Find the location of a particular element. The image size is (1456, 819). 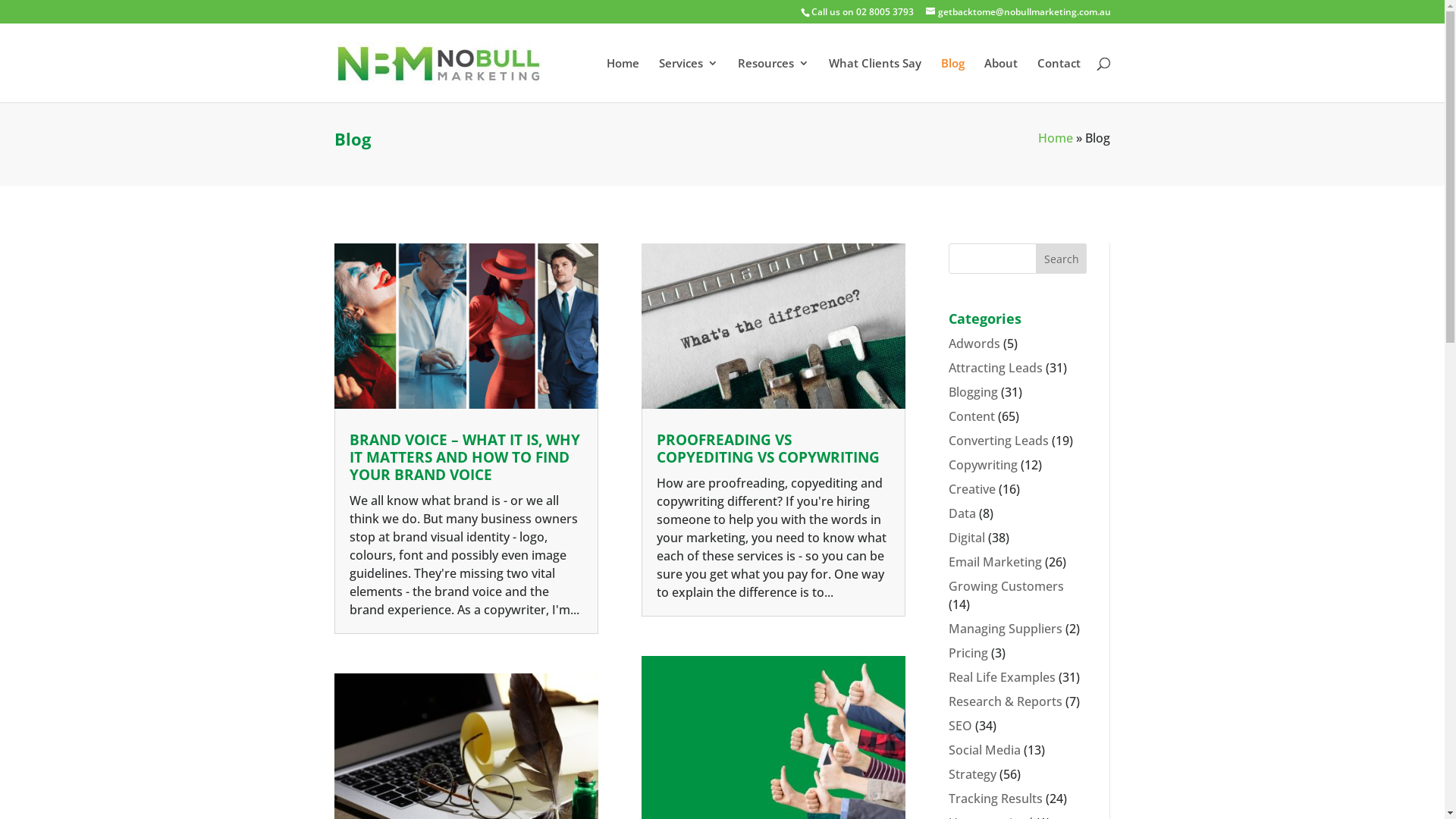

'Blogging' is located at coordinates (973, 391).